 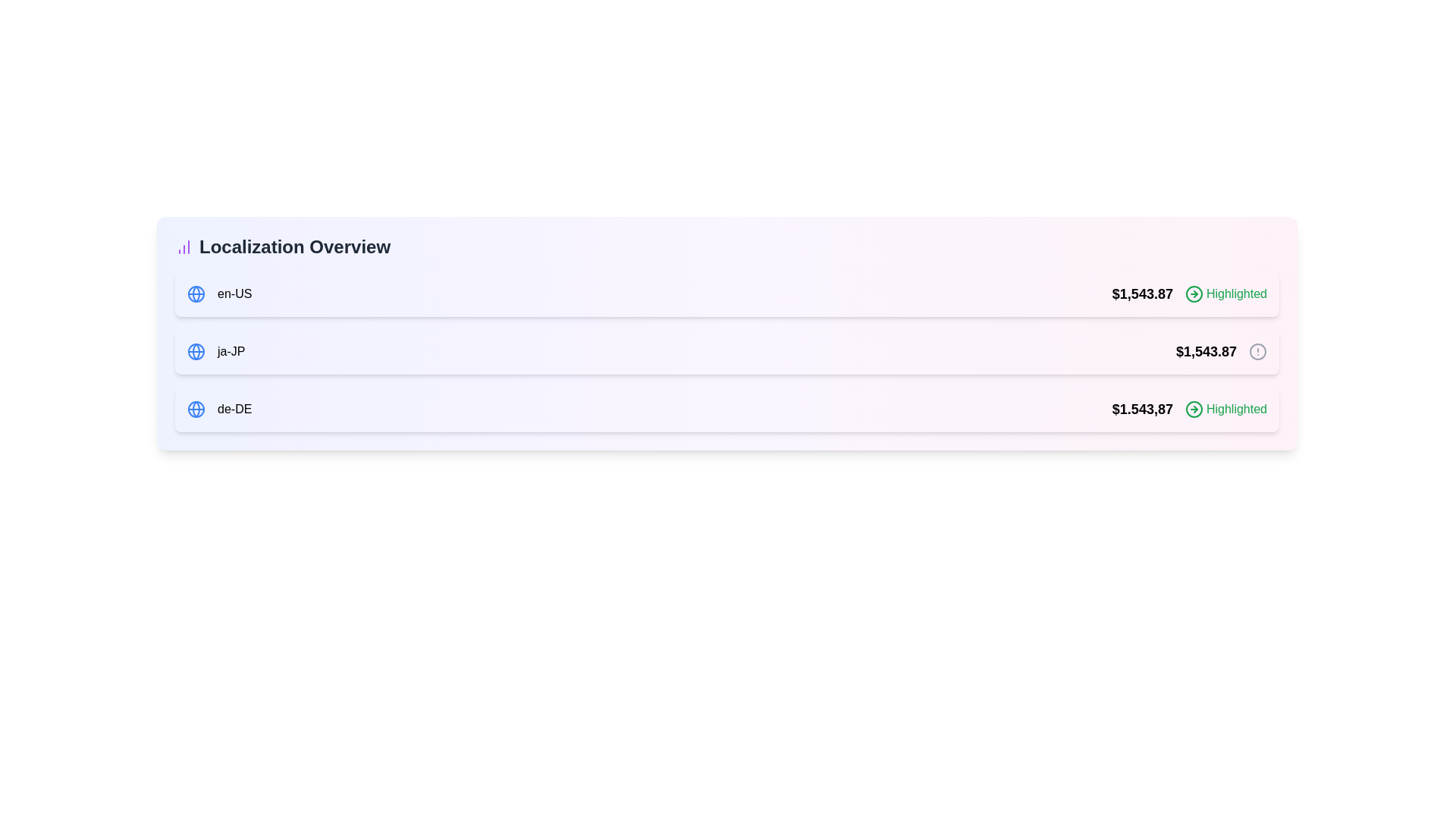 I want to click on the icon located to the right of the text 'Highlighted', so click(x=1193, y=294).